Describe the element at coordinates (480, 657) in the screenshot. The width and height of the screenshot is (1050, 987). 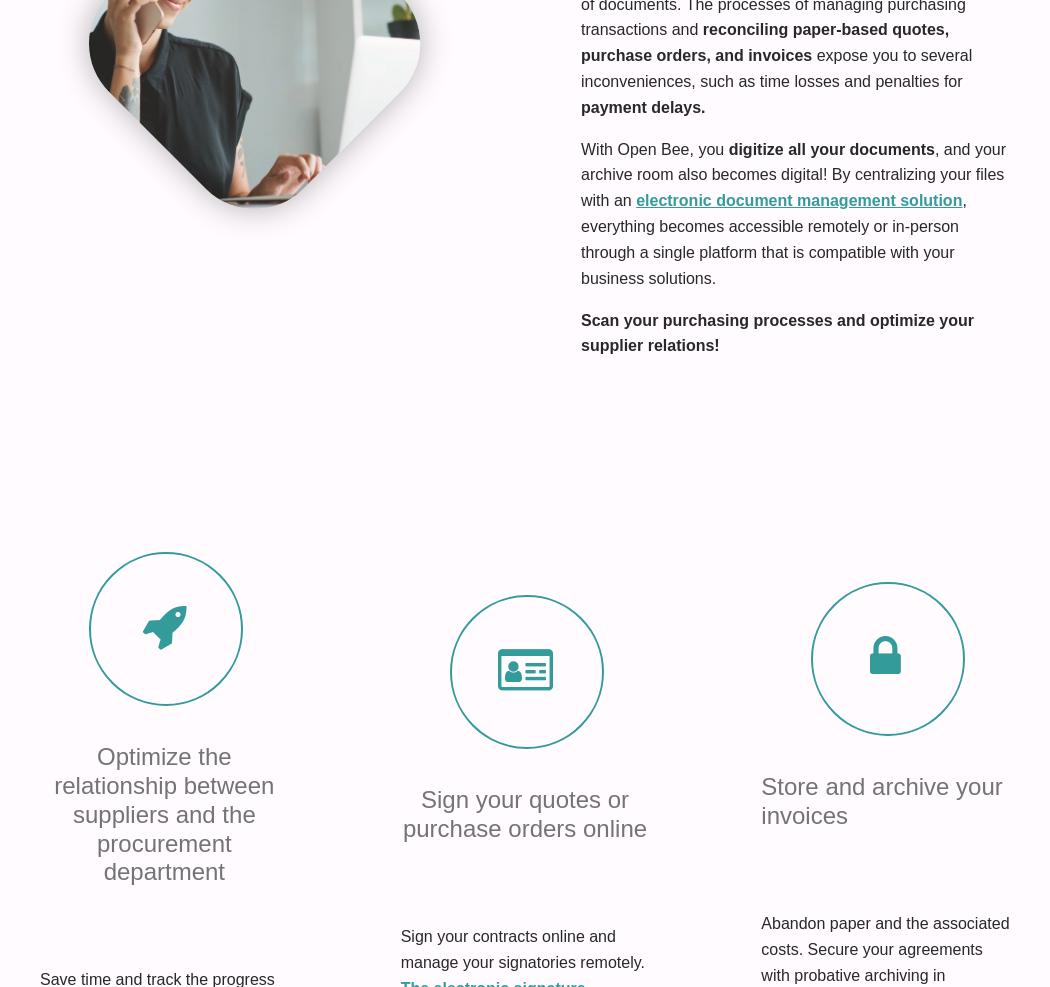
I see `'Terms of Use'` at that location.